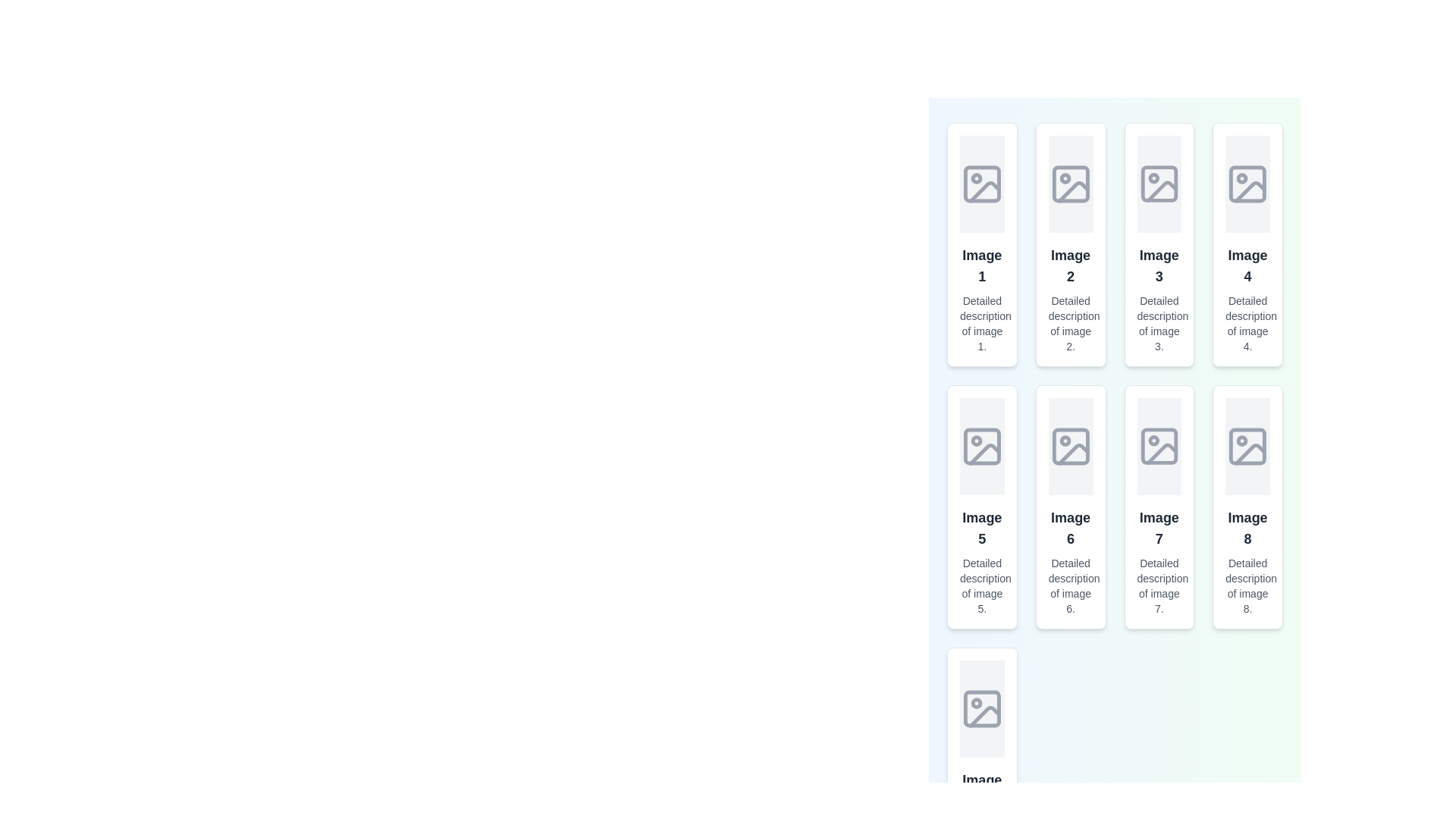 The height and width of the screenshot is (819, 1456). I want to click on the small decorative circle element that is centrally placed within the 'Image 7' card's SVG icon, which is part of a grid layout of eight cards, so click(1153, 441).